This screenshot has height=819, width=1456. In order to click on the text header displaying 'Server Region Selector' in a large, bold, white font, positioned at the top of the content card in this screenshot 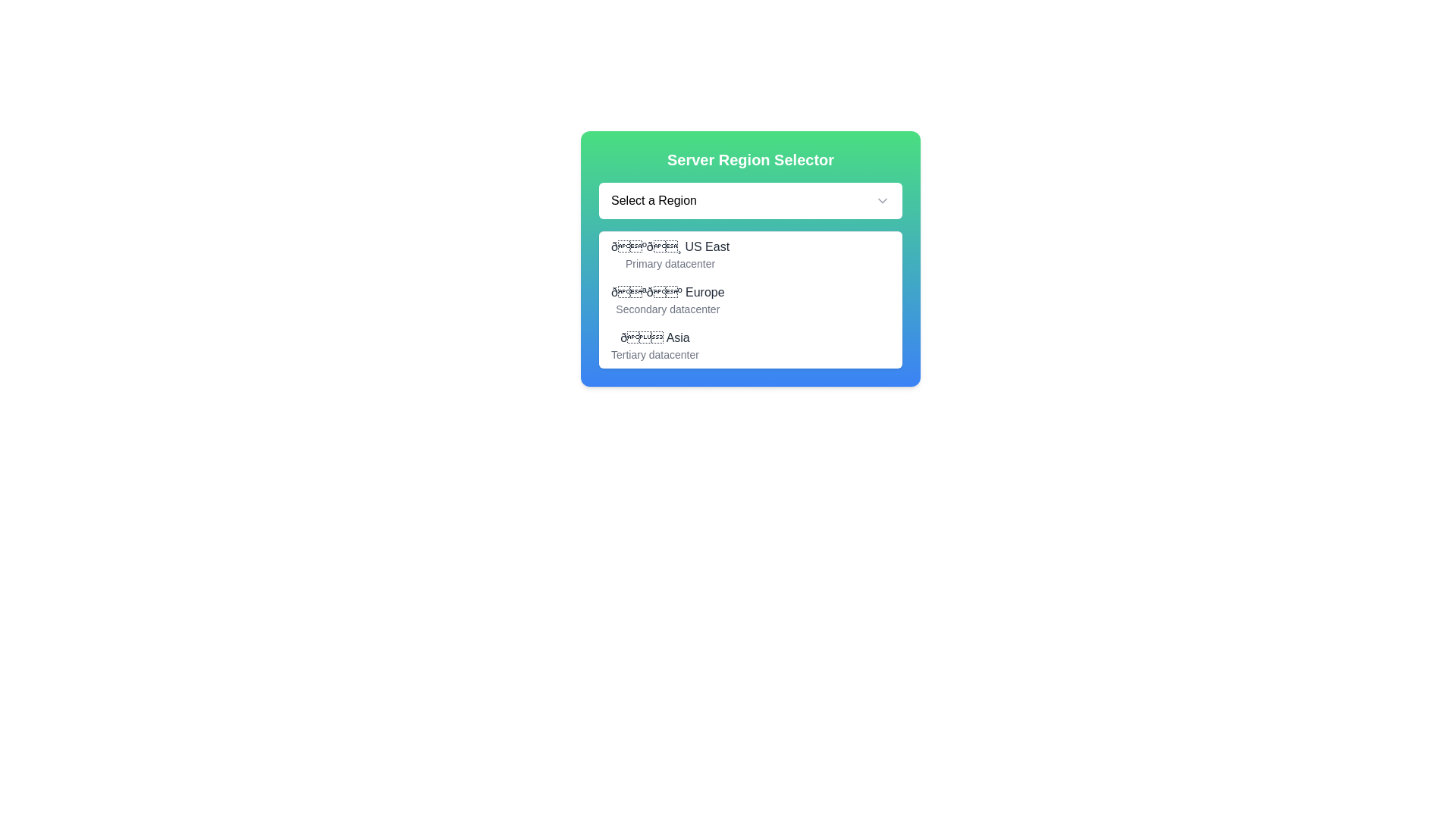, I will do `click(750, 160)`.